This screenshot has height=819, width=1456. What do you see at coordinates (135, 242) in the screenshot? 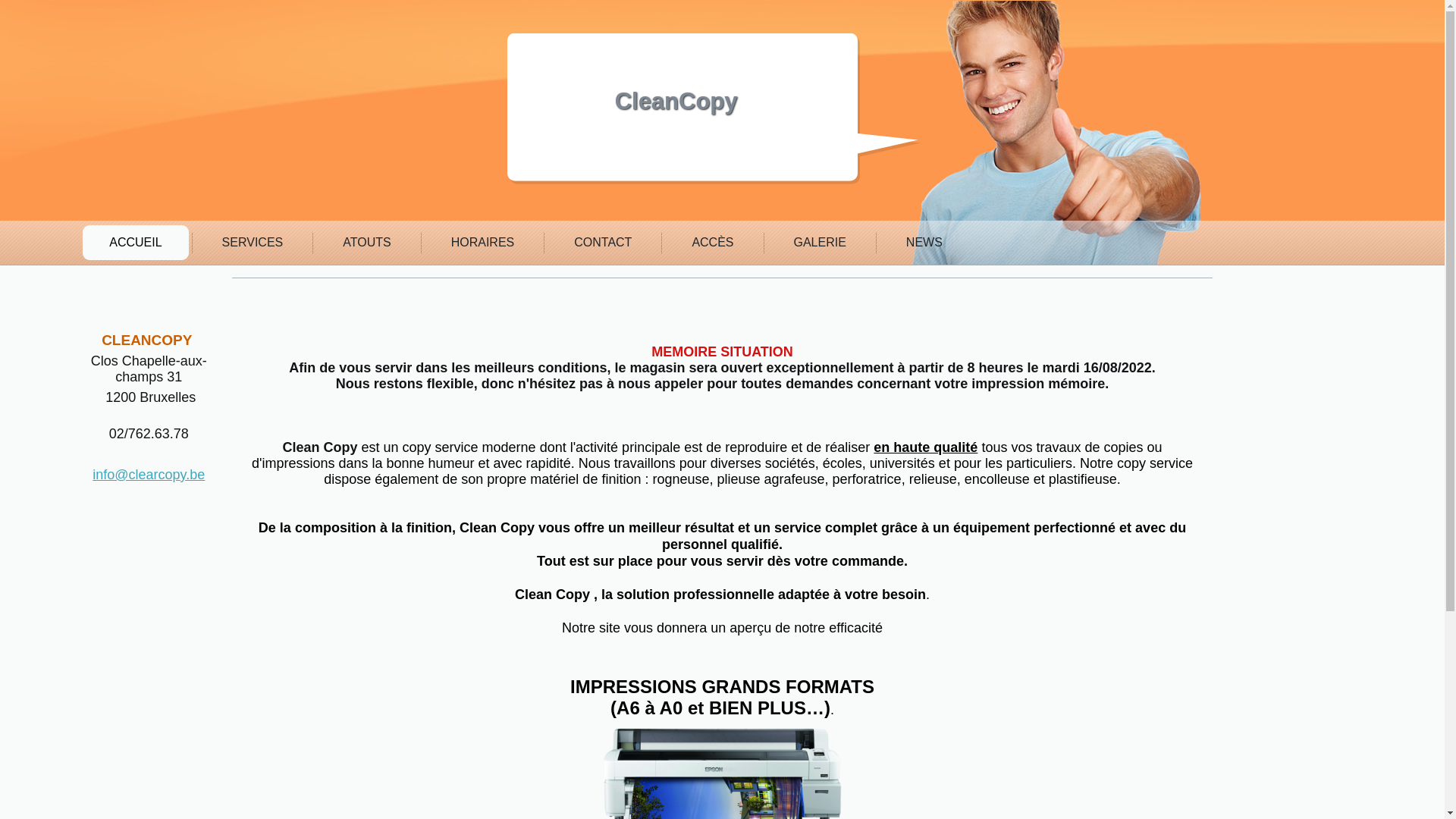
I see `'ACCUEIL'` at bounding box center [135, 242].